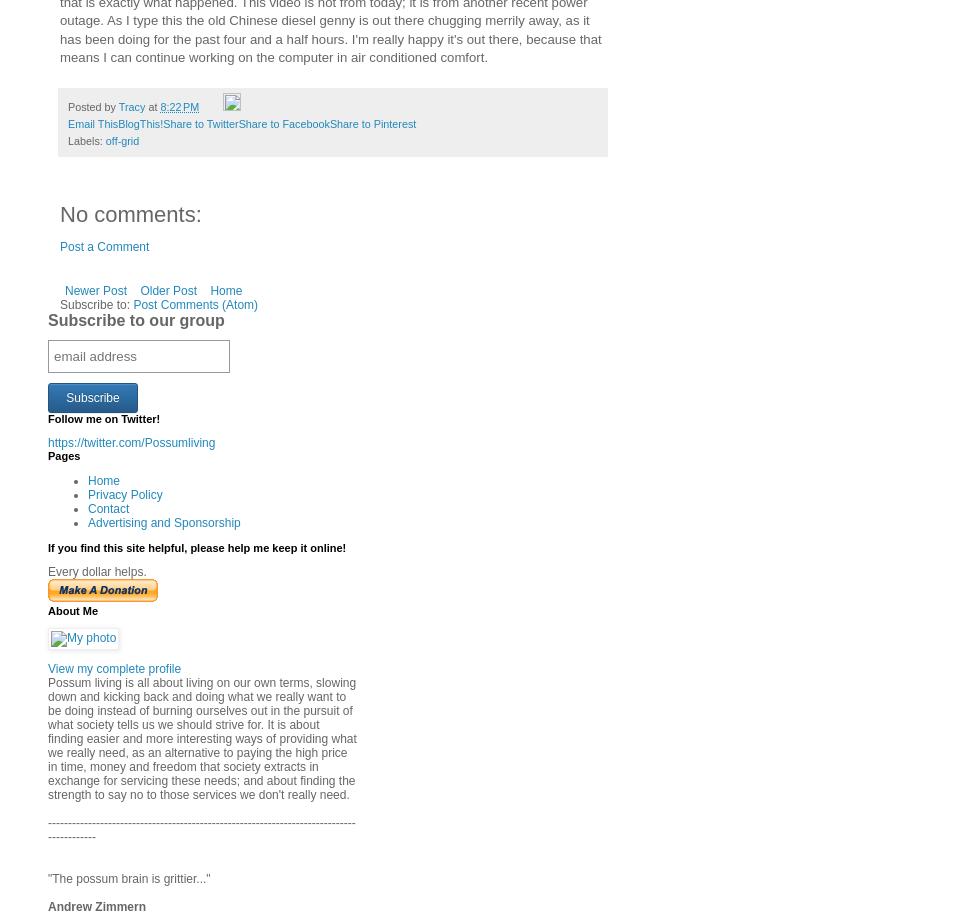 This screenshot has width=968, height=921. What do you see at coordinates (130, 106) in the screenshot?
I see `'Tracy'` at bounding box center [130, 106].